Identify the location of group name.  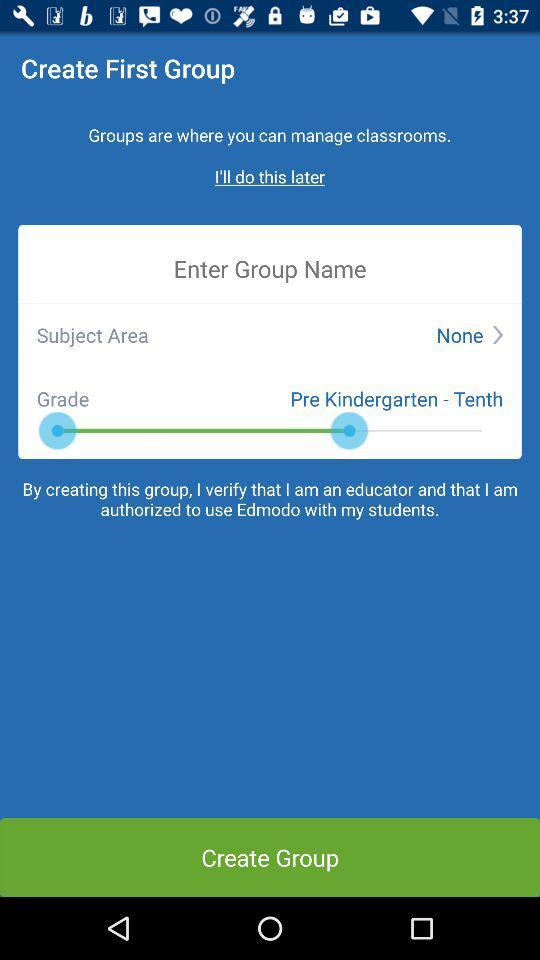
(270, 267).